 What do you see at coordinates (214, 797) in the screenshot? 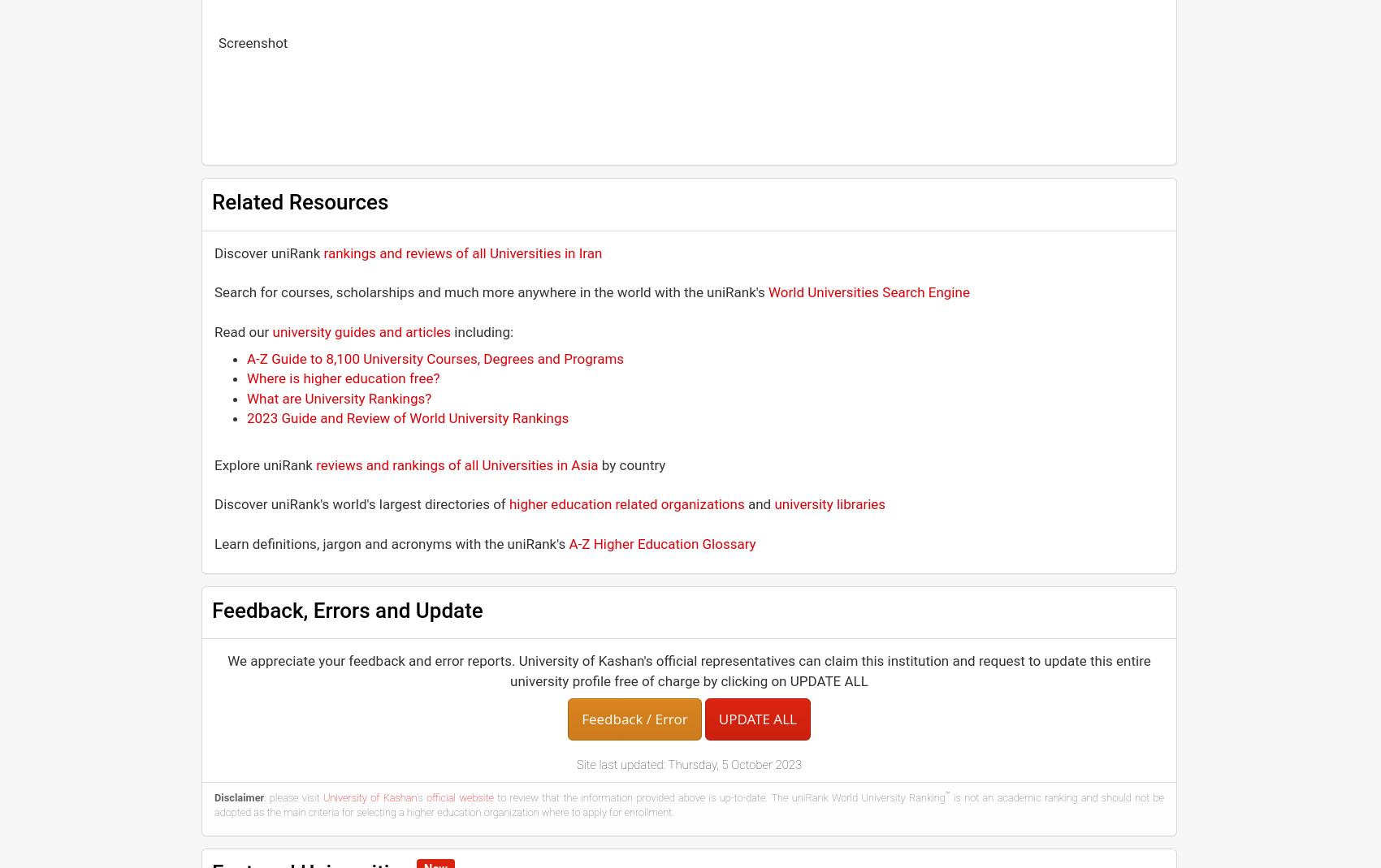
I see `'Disclaimer'` at bounding box center [214, 797].